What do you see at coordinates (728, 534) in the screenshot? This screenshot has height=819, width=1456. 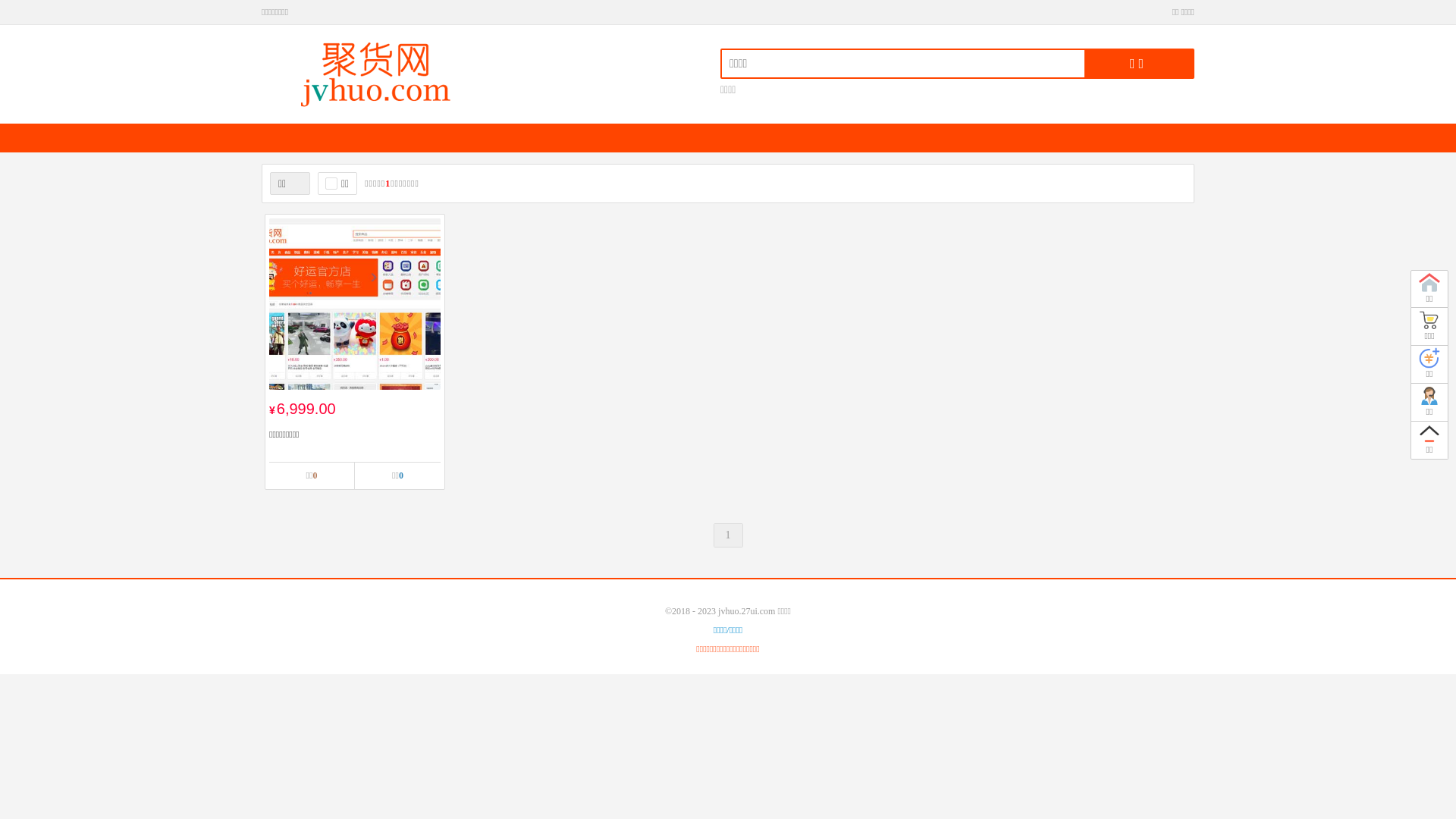 I see `'1'` at bounding box center [728, 534].